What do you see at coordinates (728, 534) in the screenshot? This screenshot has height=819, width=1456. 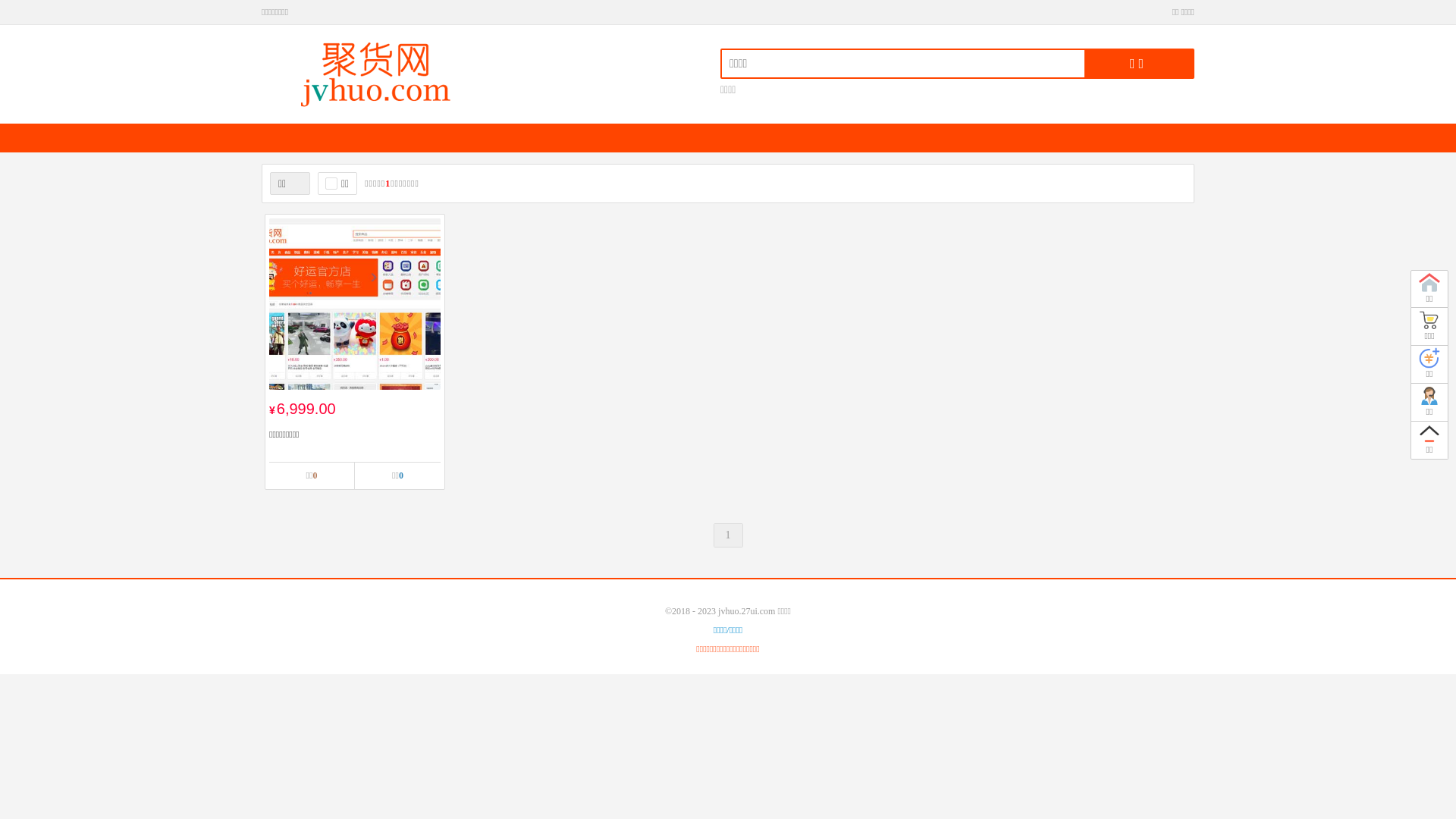 I see `'1'` at bounding box center [728, 534].